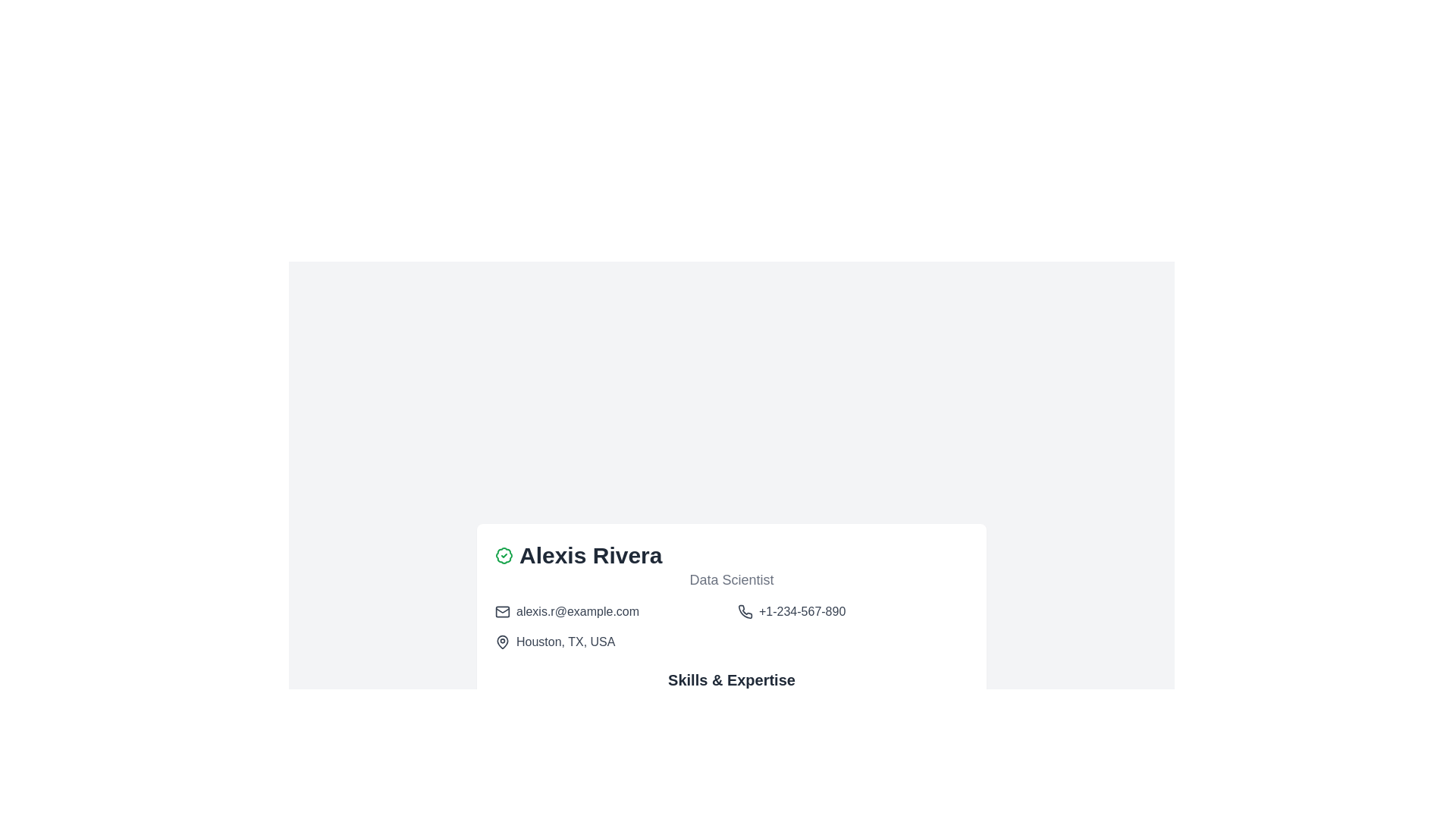 This screenshot has width=1456, height=819. I want to click on the small phone icon located in the profile section of the user interface, adjacent to the user's phone number text, so click(745, 610).